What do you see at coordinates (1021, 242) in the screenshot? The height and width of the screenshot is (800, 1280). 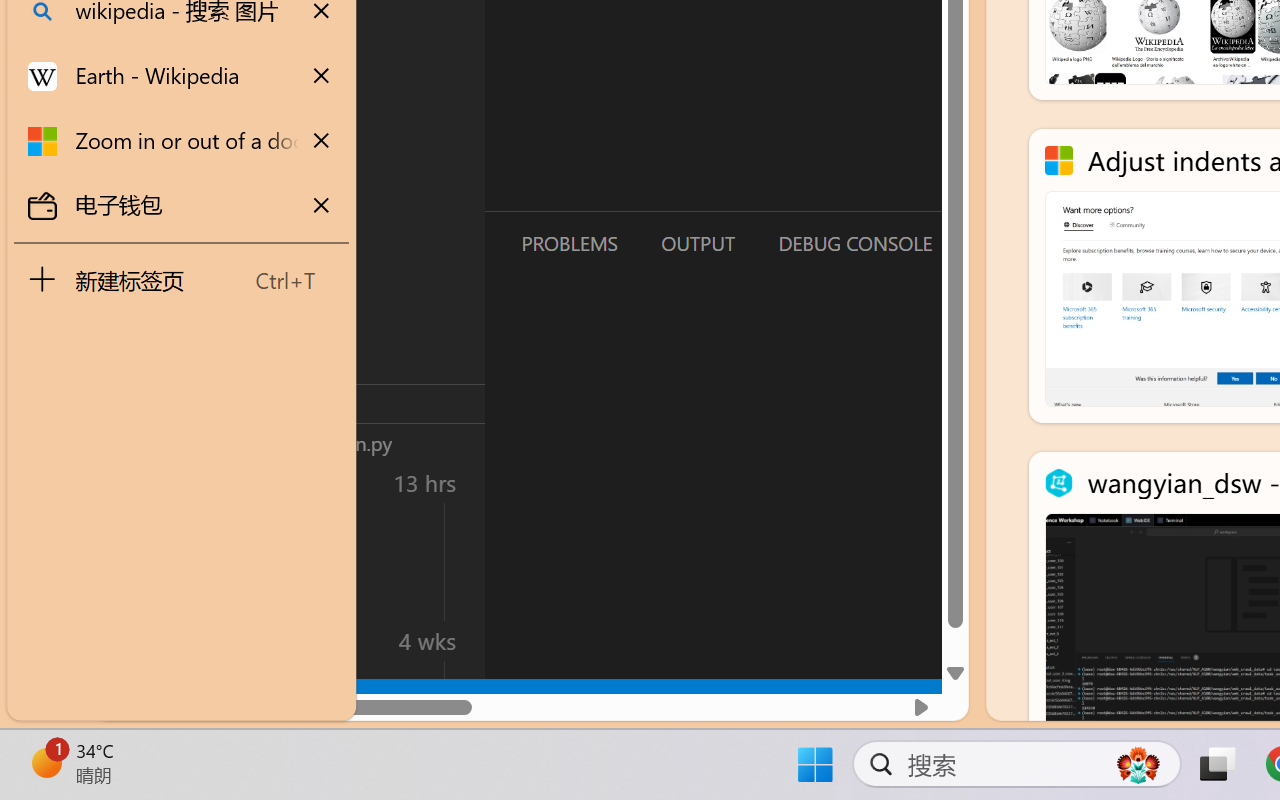 I see `'Terminal (Ctrl+`)'` at bounding box center [1021, 242].